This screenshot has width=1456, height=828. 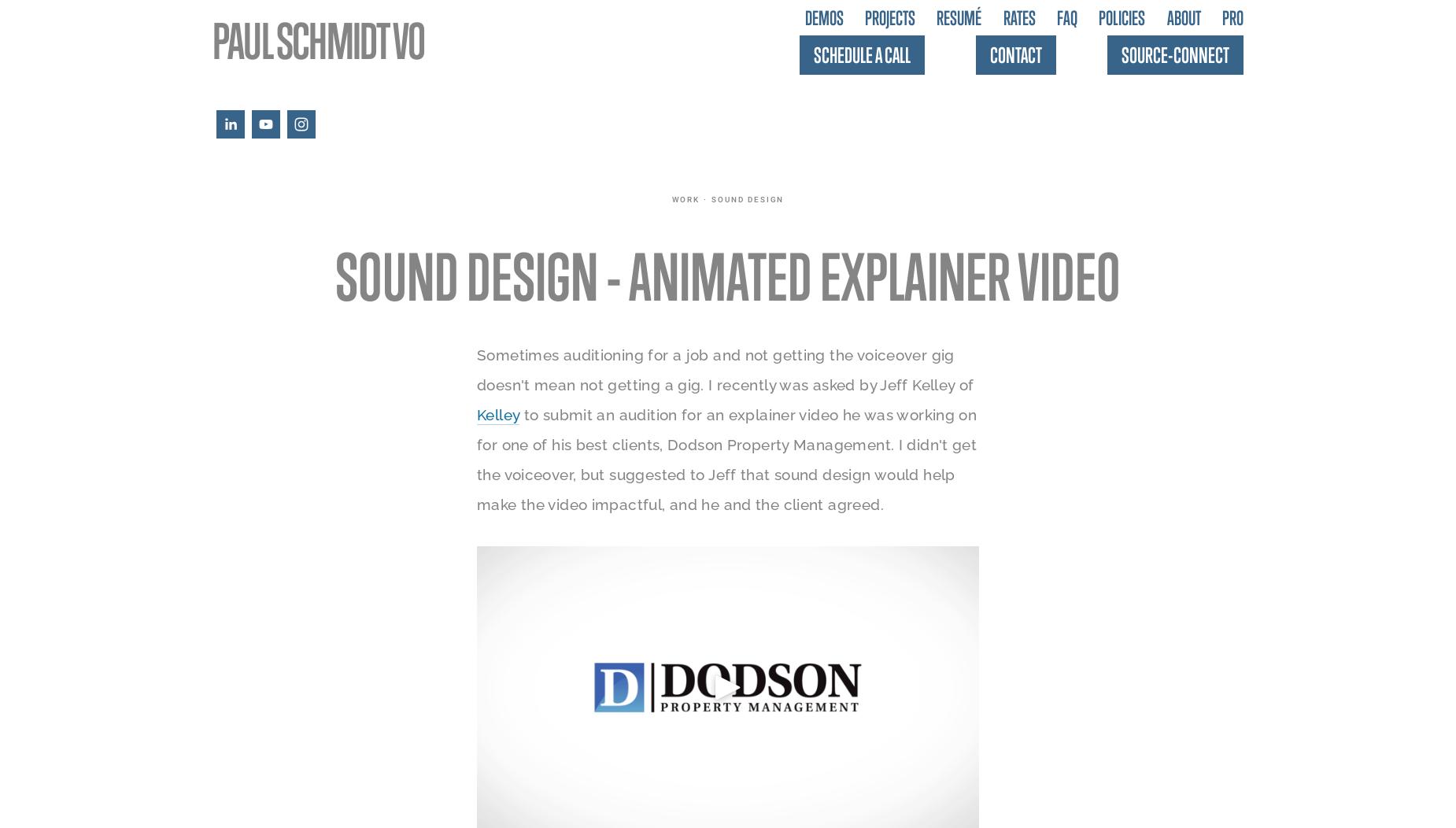 I want to click on 'Projects', so click(x=888, y=17).